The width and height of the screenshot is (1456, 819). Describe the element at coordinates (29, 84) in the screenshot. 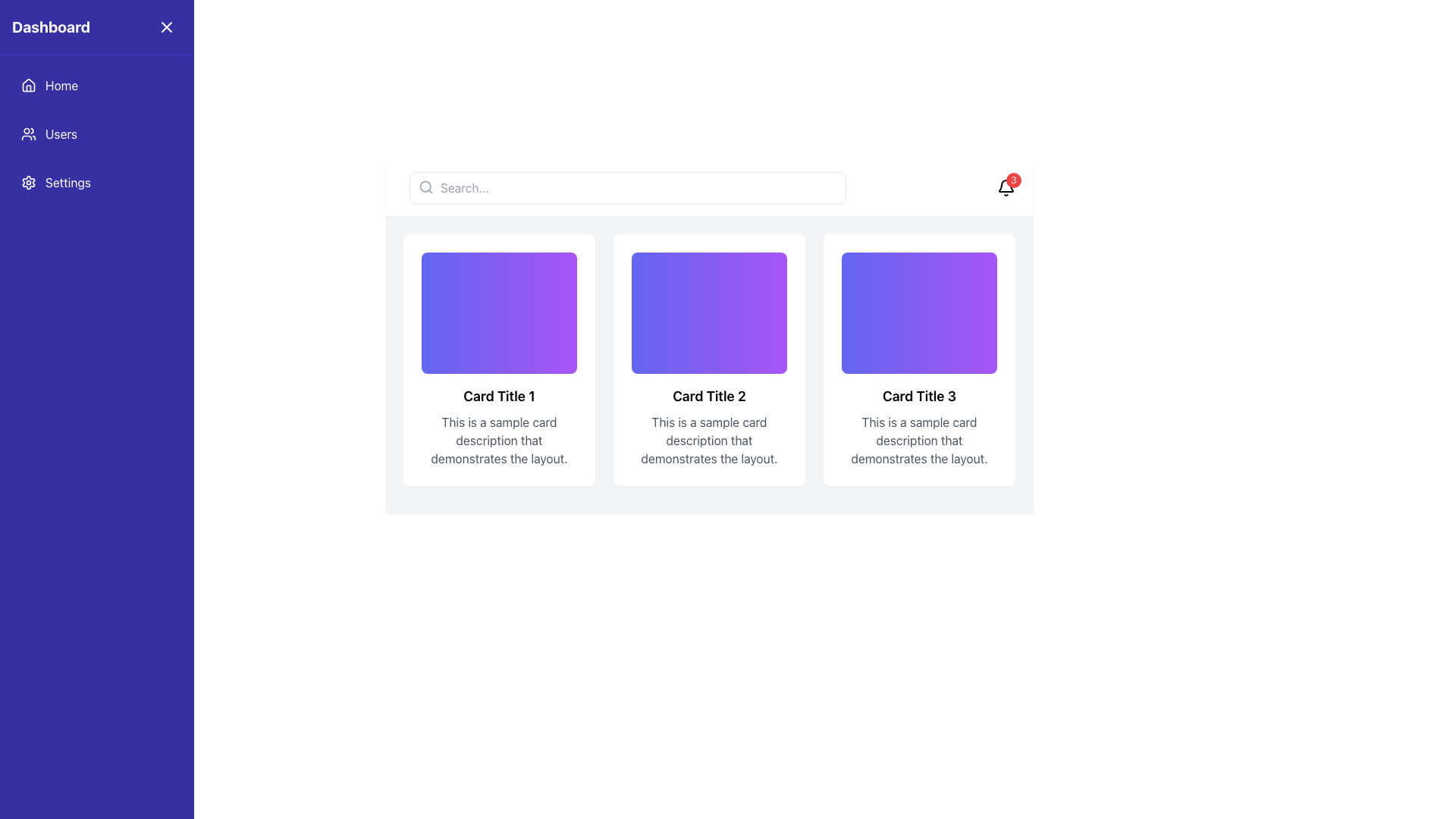

I see `the main body of the house icon located in the sidebar to the left of the 'Home' text` at that location.